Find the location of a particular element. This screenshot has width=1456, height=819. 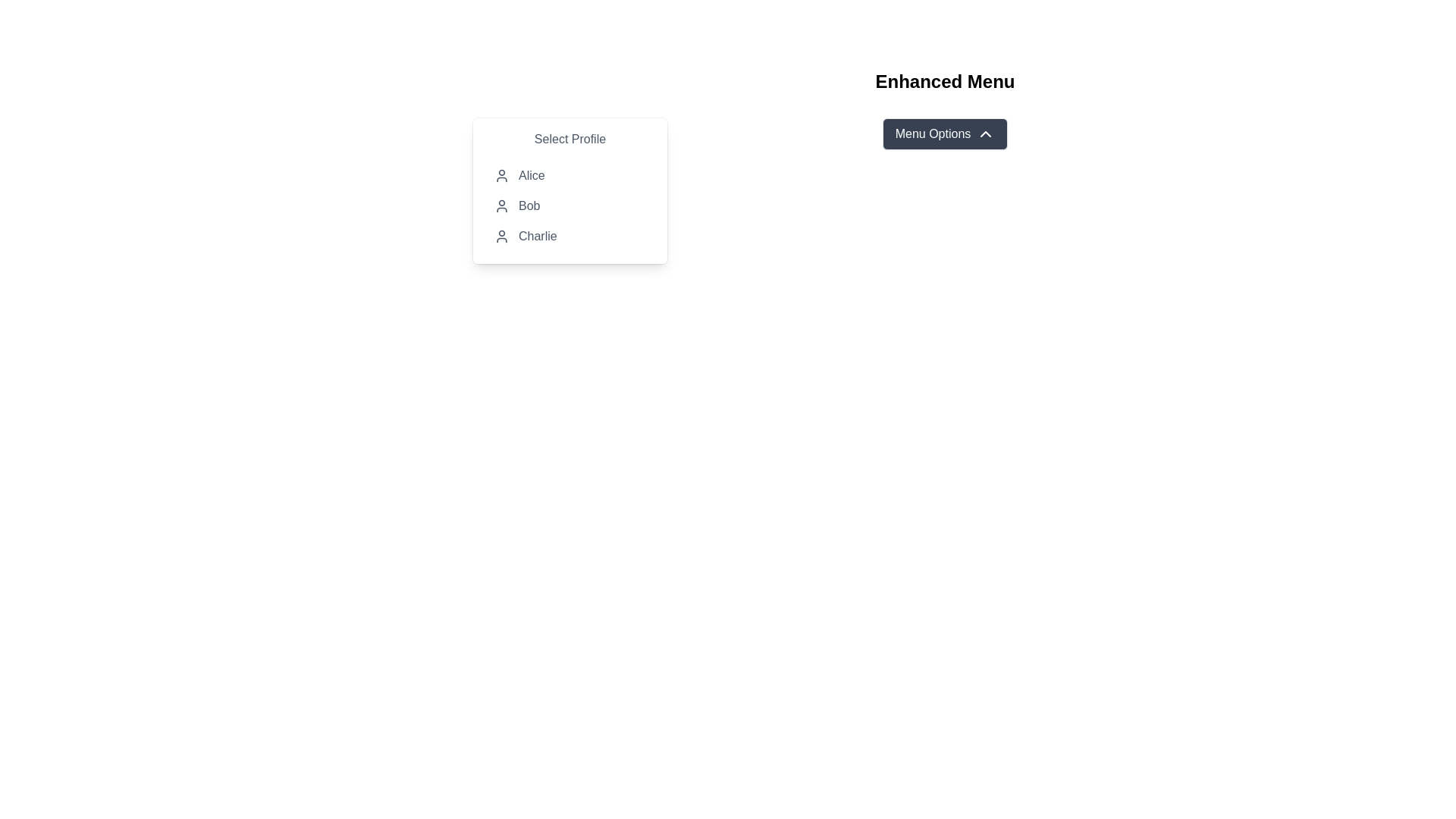

the text label with the content 'Enhanced Menu', which is styled in bold and serves as the prominent title at the top of the layout is located at coordinates (944, 82).